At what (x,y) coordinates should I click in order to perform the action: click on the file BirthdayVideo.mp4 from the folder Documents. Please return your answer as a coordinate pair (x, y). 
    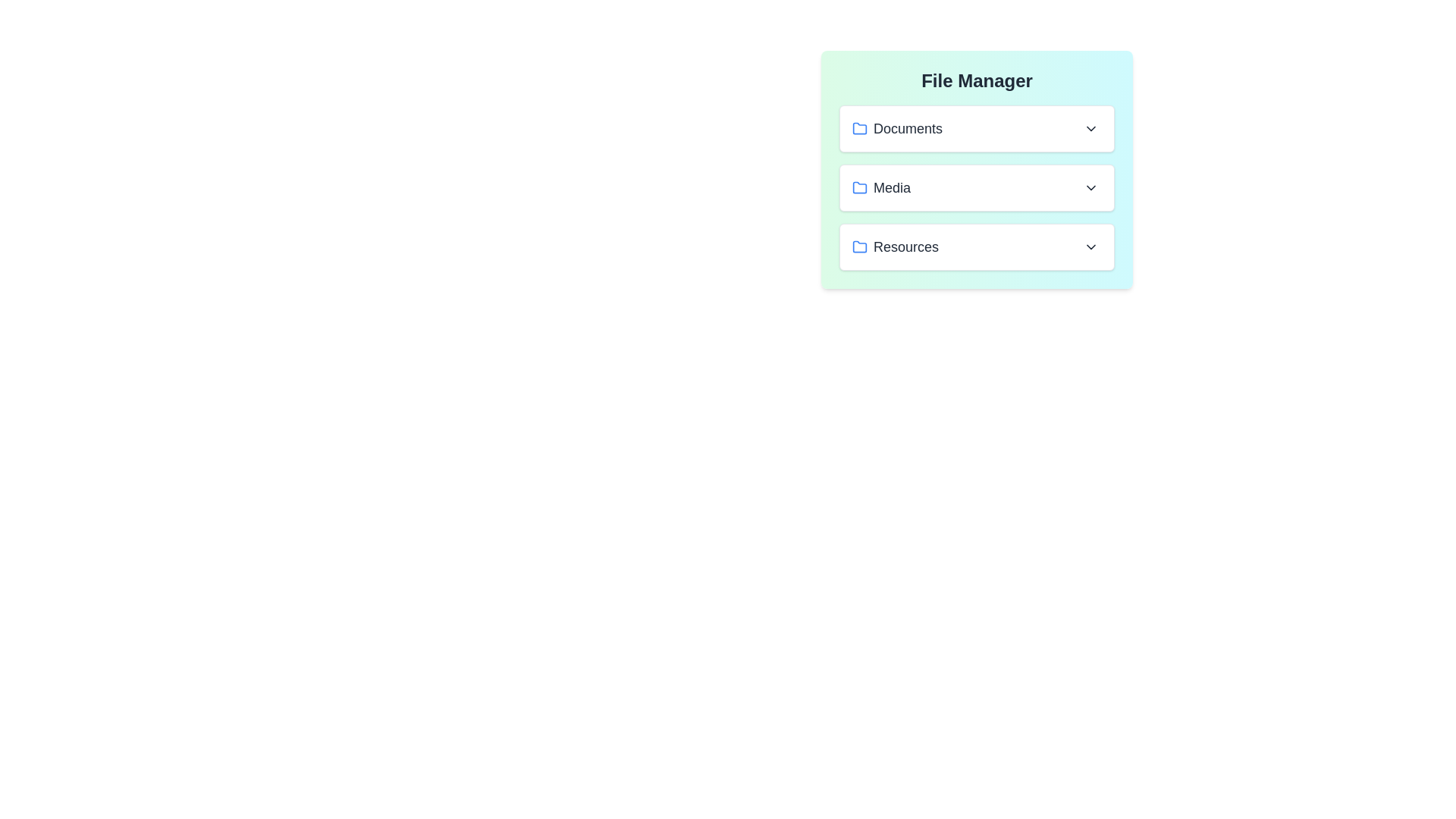
    Looking at the image, I should click on (977, 127).